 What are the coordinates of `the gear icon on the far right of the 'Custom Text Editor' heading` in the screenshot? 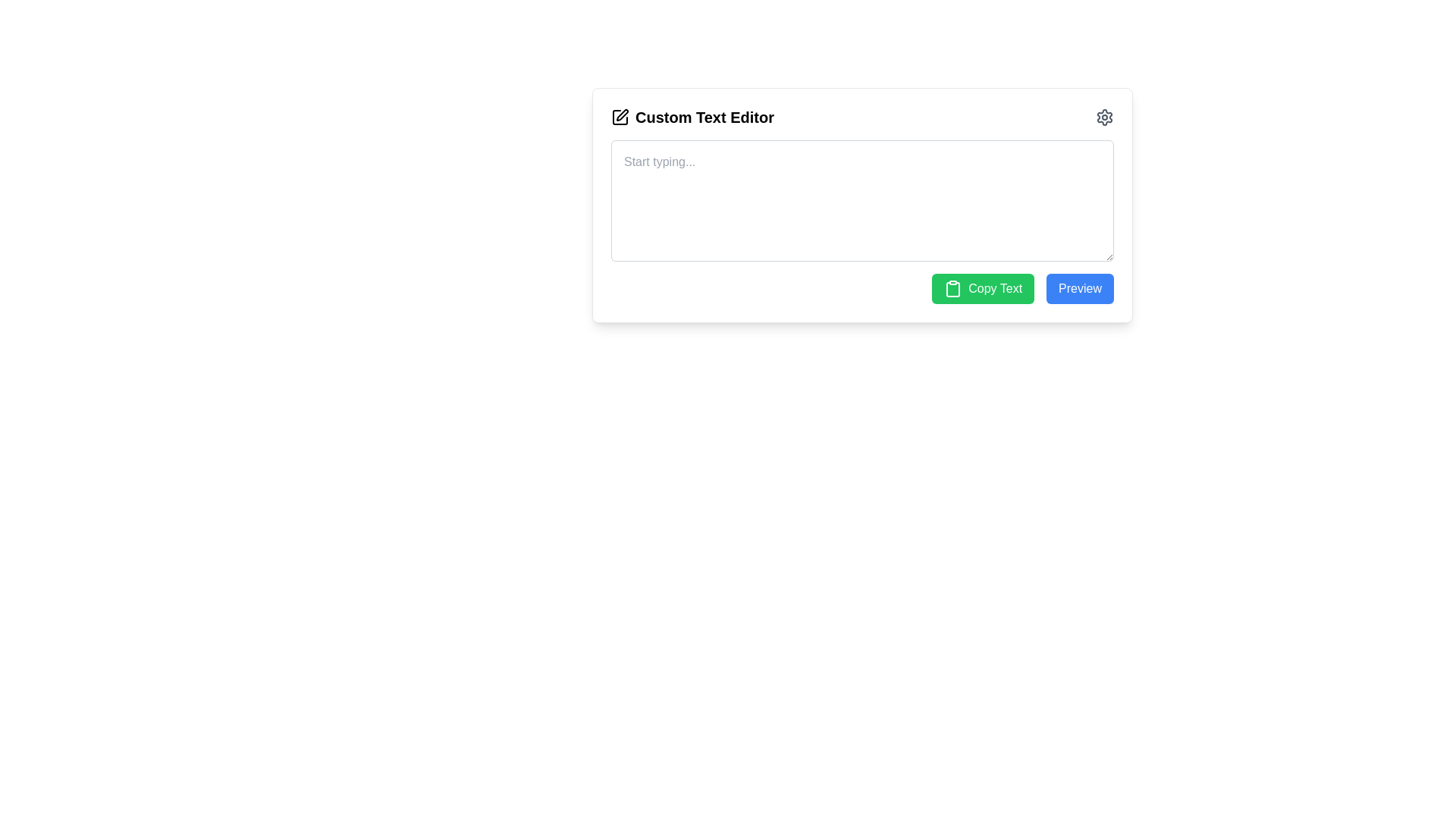 It's located at (1105, 116).